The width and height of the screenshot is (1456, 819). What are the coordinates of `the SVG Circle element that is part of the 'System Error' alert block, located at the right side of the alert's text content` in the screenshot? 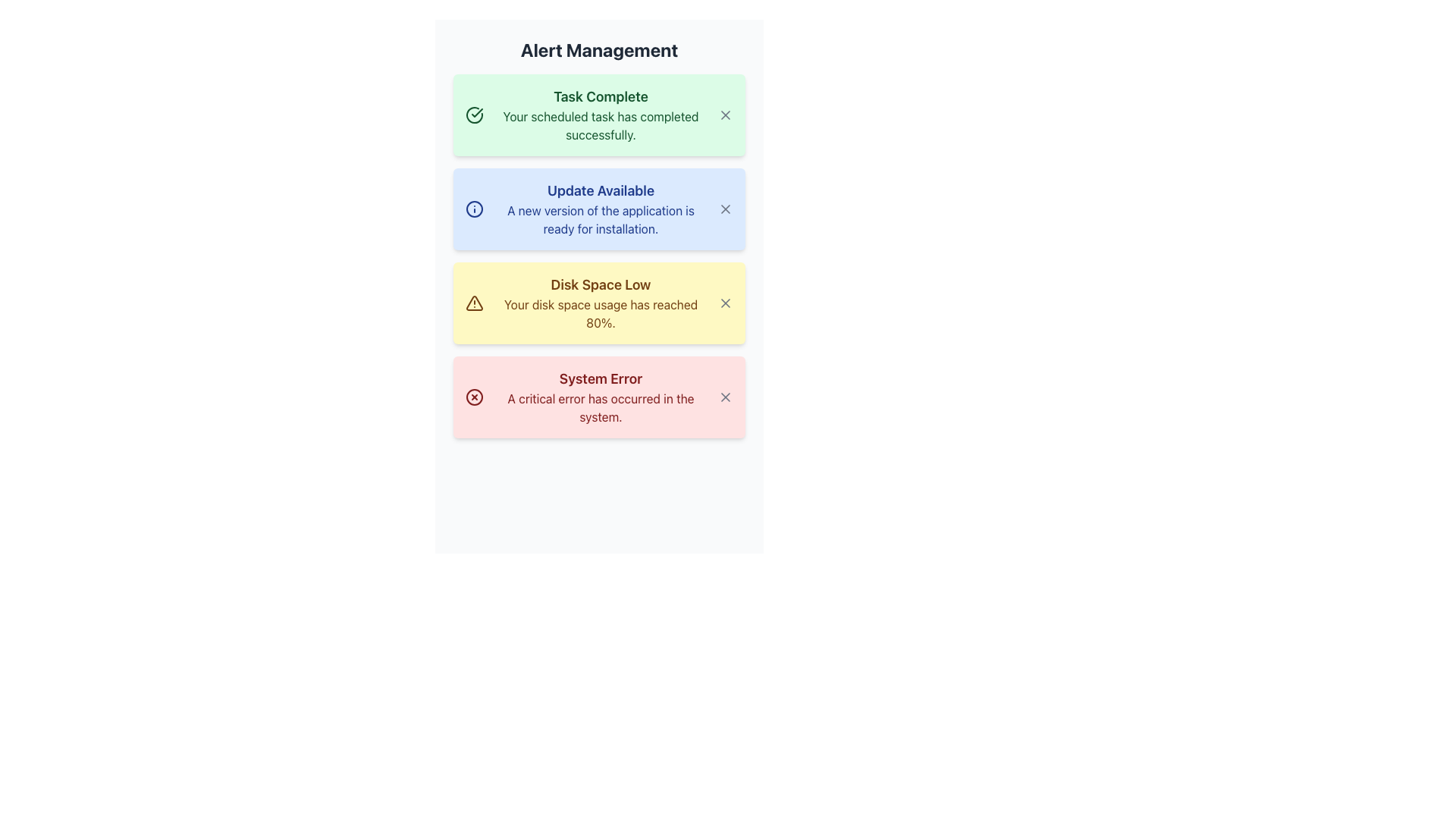 It's located at (473, 397).